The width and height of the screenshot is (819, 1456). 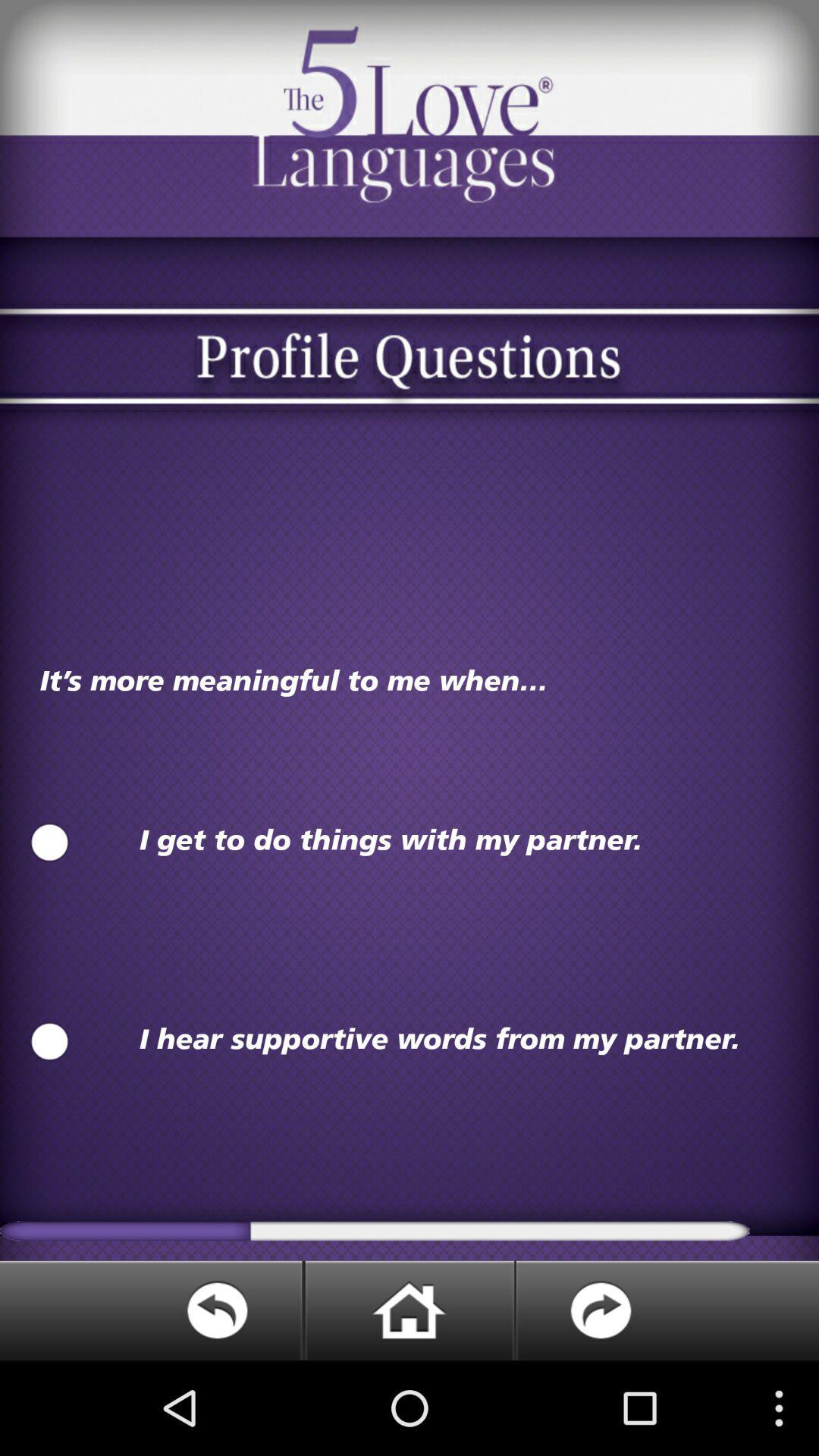 What do you see at coordinates (49, 842) in the screenshot?
I see `ok` at bounding box center [49, 842].